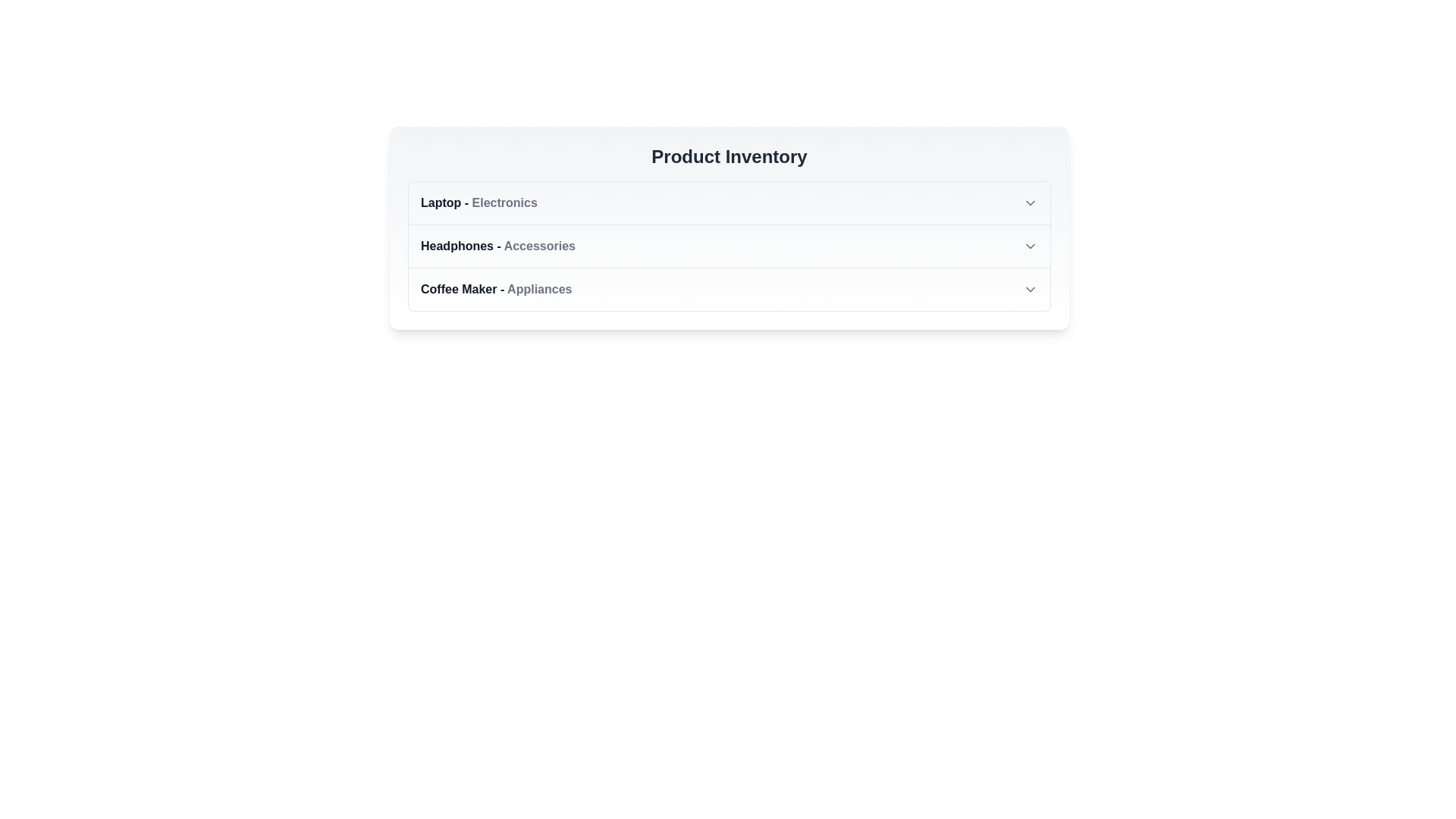 The width and height of the screenshot is (1456, 819). I want to click on the chevron icon to expand or collapse the row for Coffee Maker - Appliances, so click(1030, 289).